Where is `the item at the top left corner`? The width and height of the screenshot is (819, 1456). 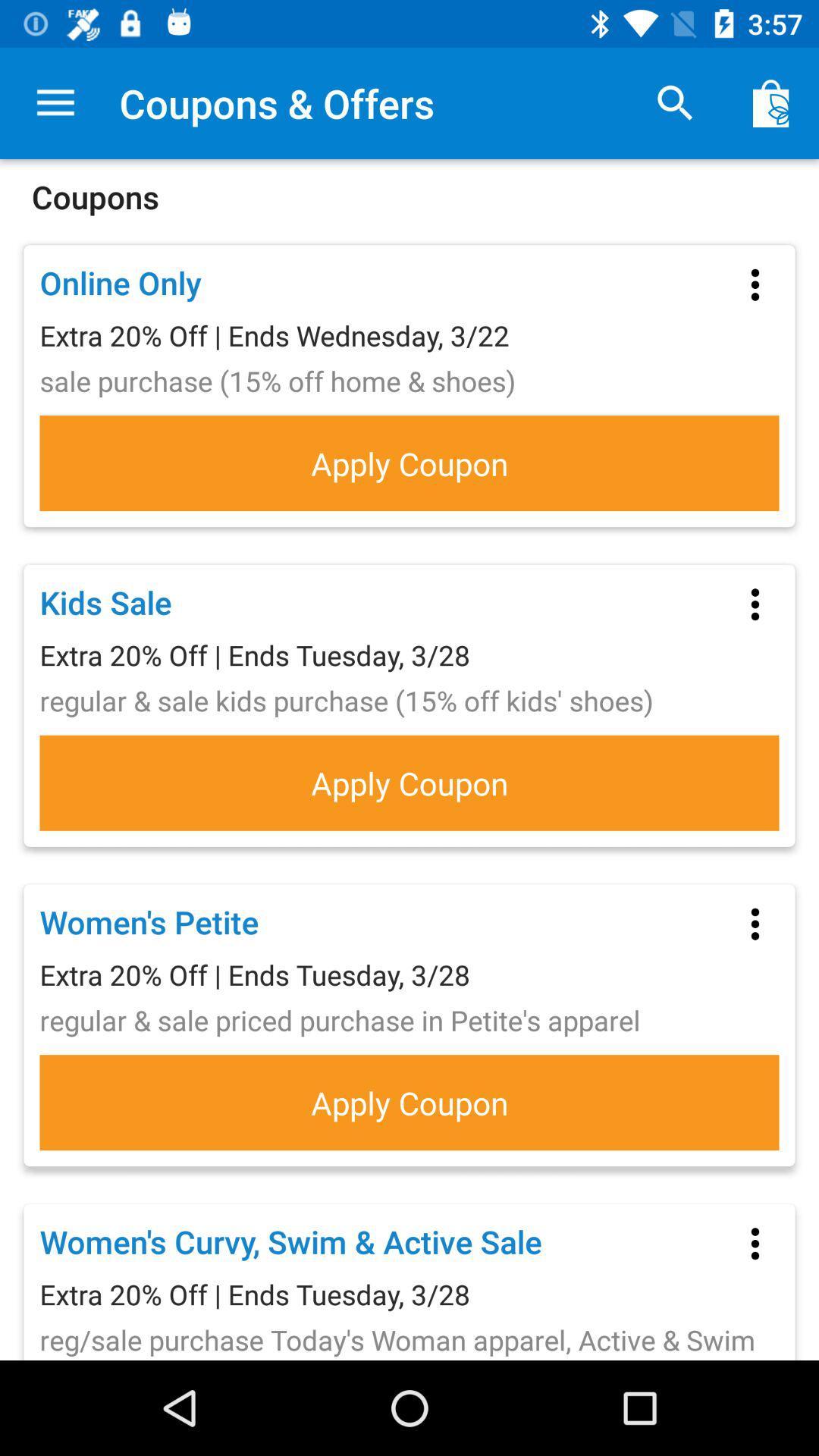 the item at the top left corner is located at coordinates (55, 102).